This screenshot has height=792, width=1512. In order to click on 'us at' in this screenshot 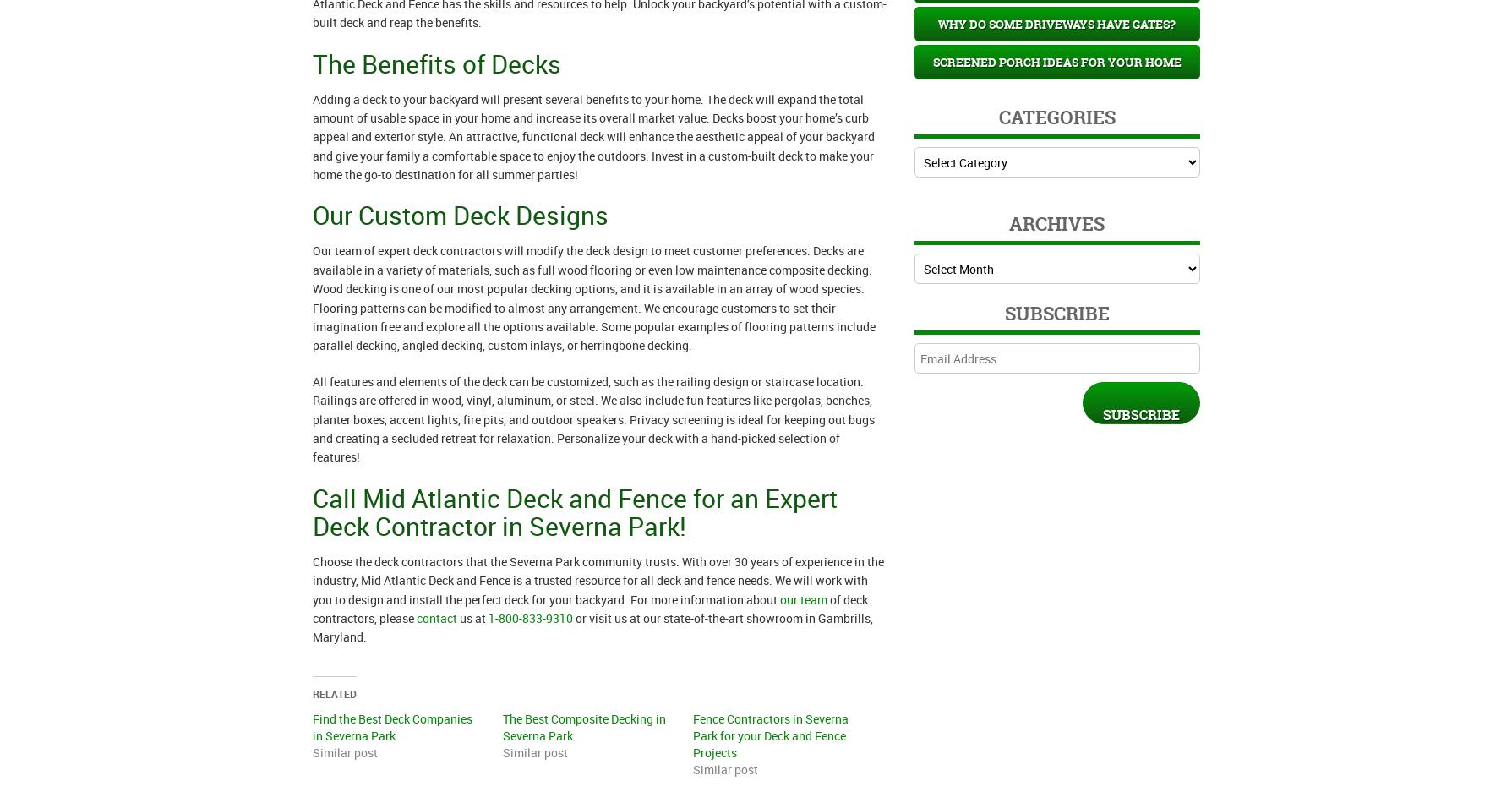, I will do `click(471, 616)`.